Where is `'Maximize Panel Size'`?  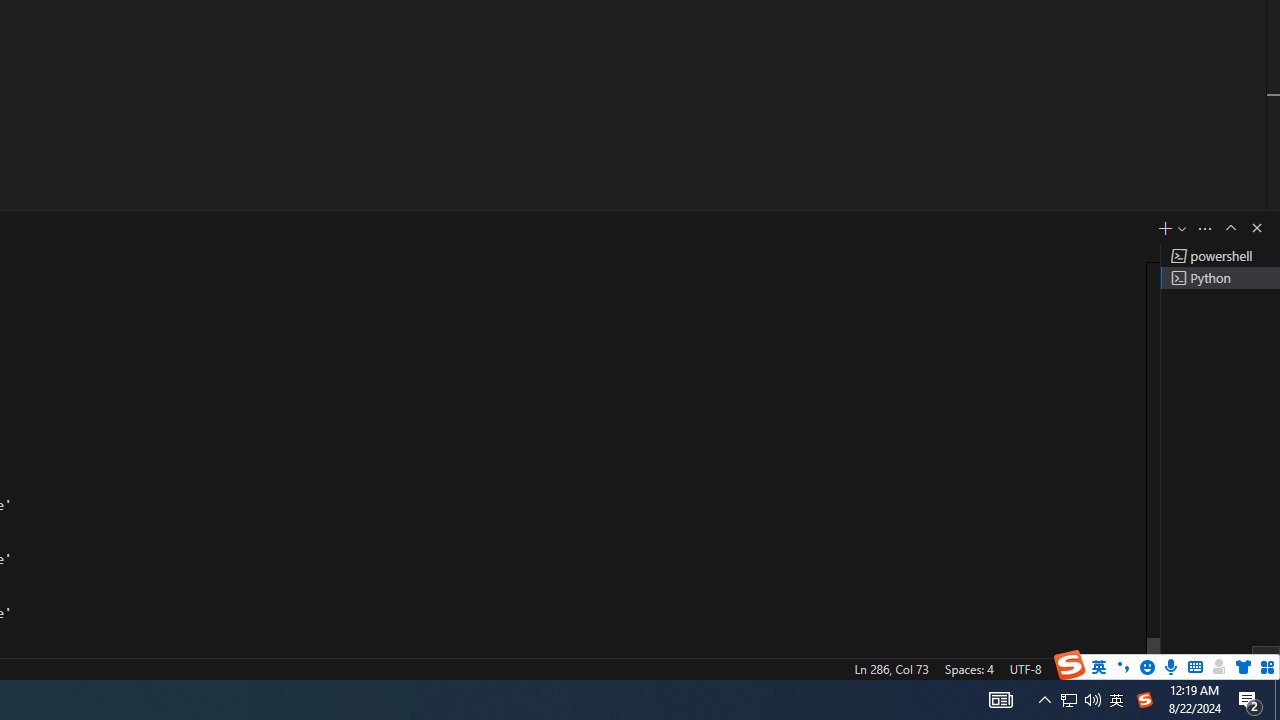
'Maximize Panel Size' is located at coordinates (1229, 226).